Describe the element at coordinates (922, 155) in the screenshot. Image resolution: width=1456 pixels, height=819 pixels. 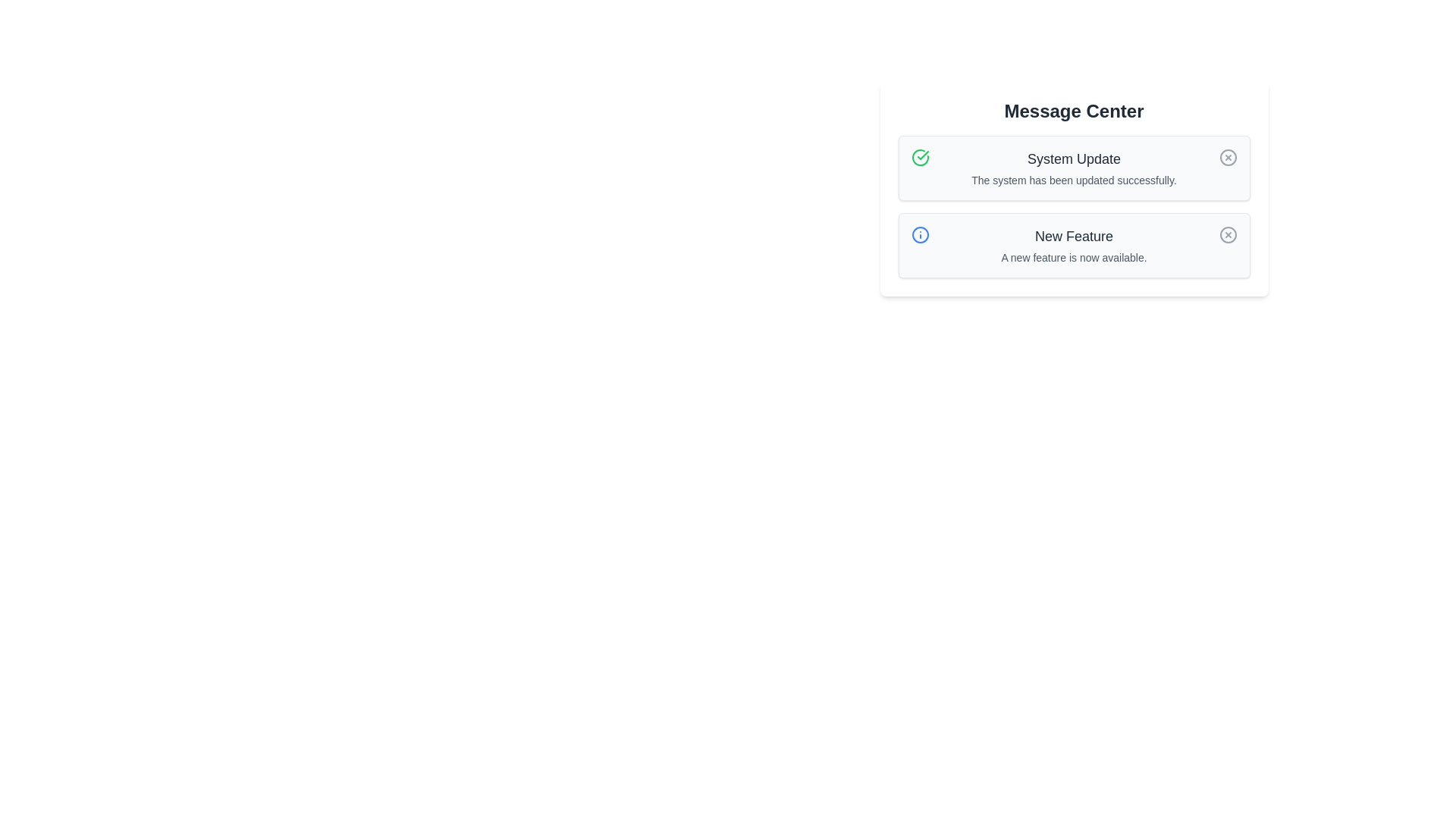
I see `the green checkmark icon indicating successful completion of a system update located in the top left corner of the first notification card under 'Message Center'` at that location.